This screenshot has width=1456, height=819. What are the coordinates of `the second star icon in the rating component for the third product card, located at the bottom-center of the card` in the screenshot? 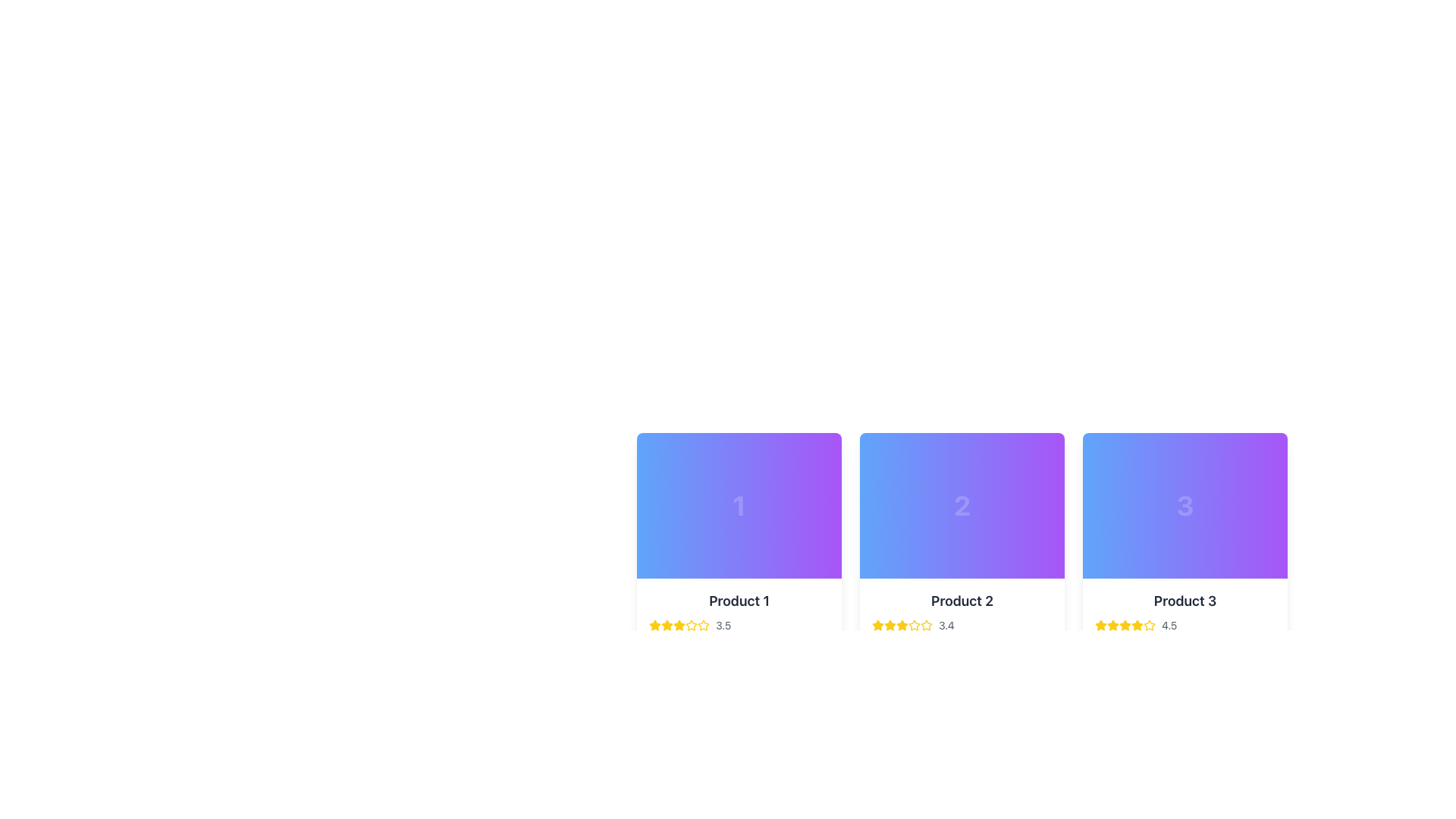 It's located at (1113, 625).